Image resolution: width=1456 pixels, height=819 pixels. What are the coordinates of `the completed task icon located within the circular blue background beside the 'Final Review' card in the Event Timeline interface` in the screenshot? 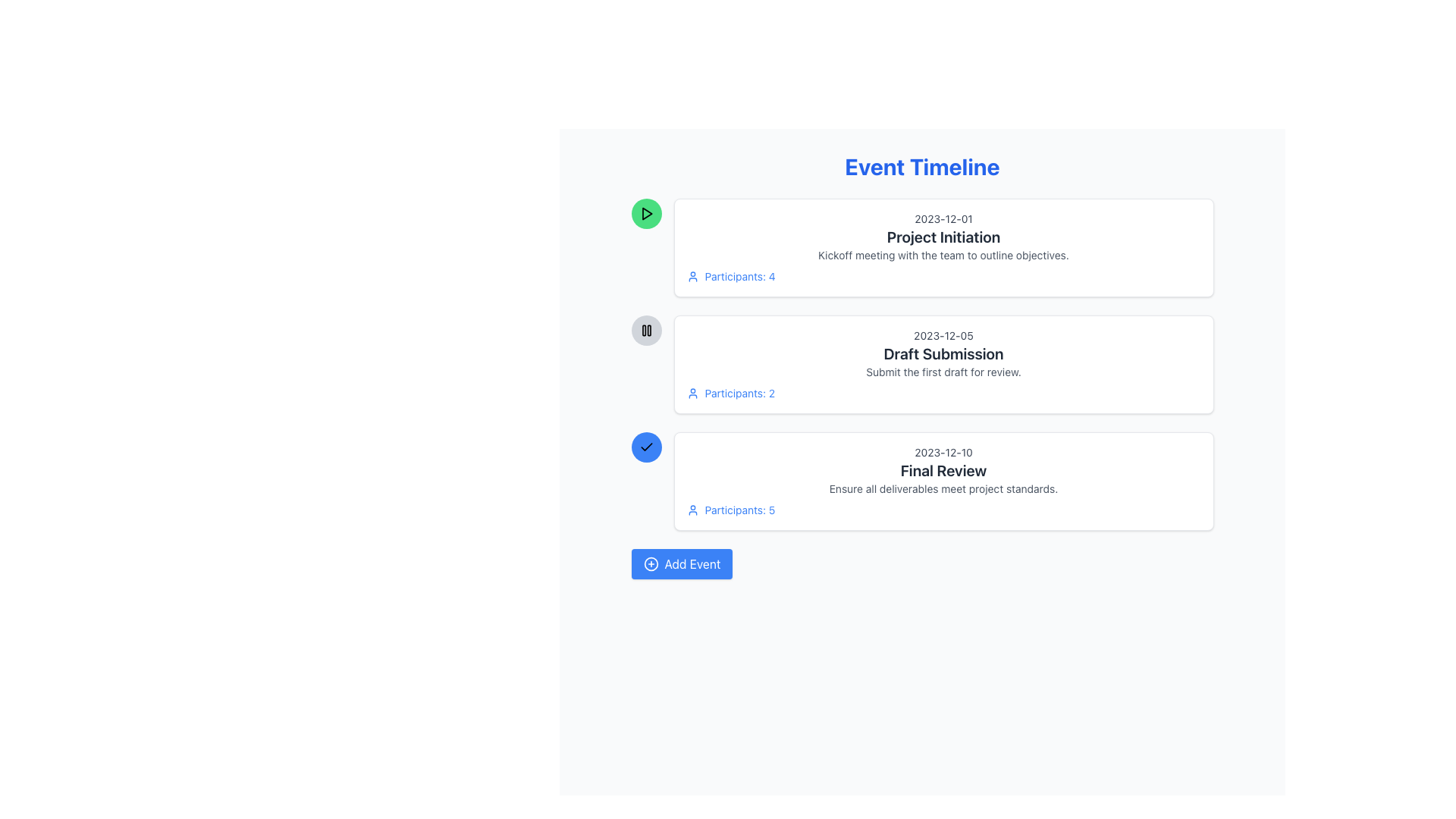 It's located at (646, 446).